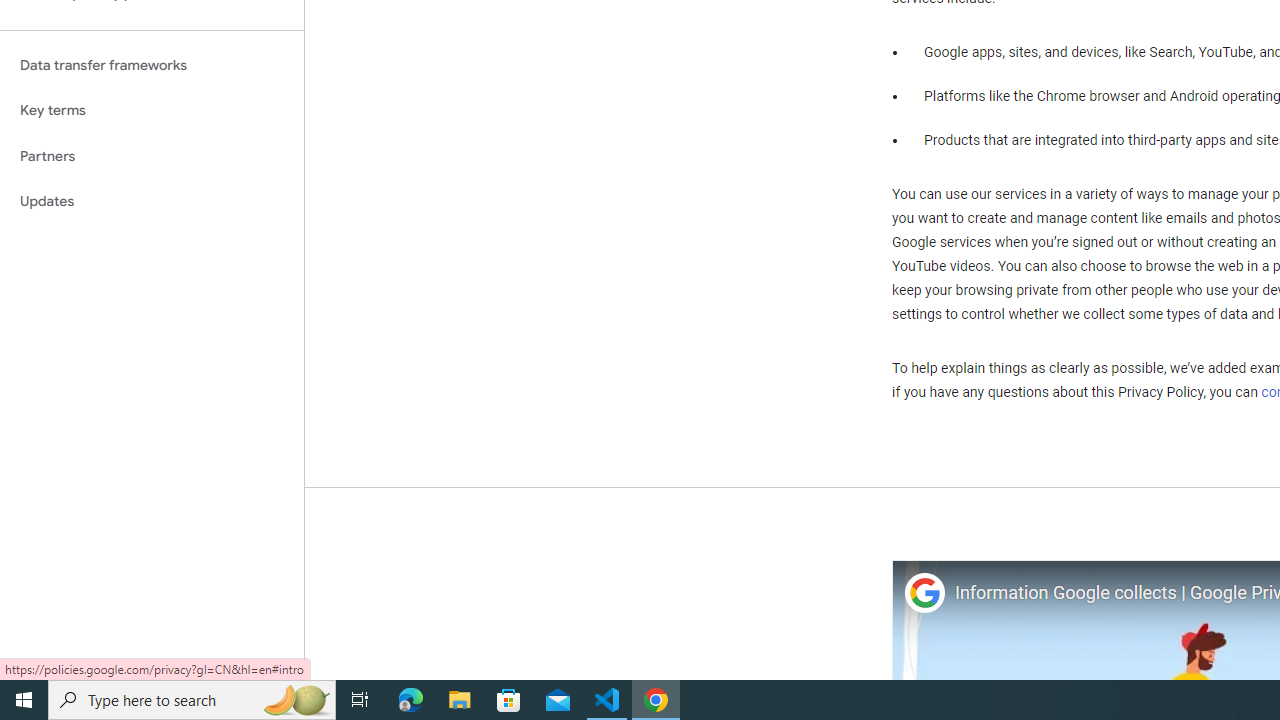 Image resolution: width=1280 pixels, height=720 pixels. Describe the element at coordinates (151, 110) in the screenshot. I see `'Key terms'` at that location.